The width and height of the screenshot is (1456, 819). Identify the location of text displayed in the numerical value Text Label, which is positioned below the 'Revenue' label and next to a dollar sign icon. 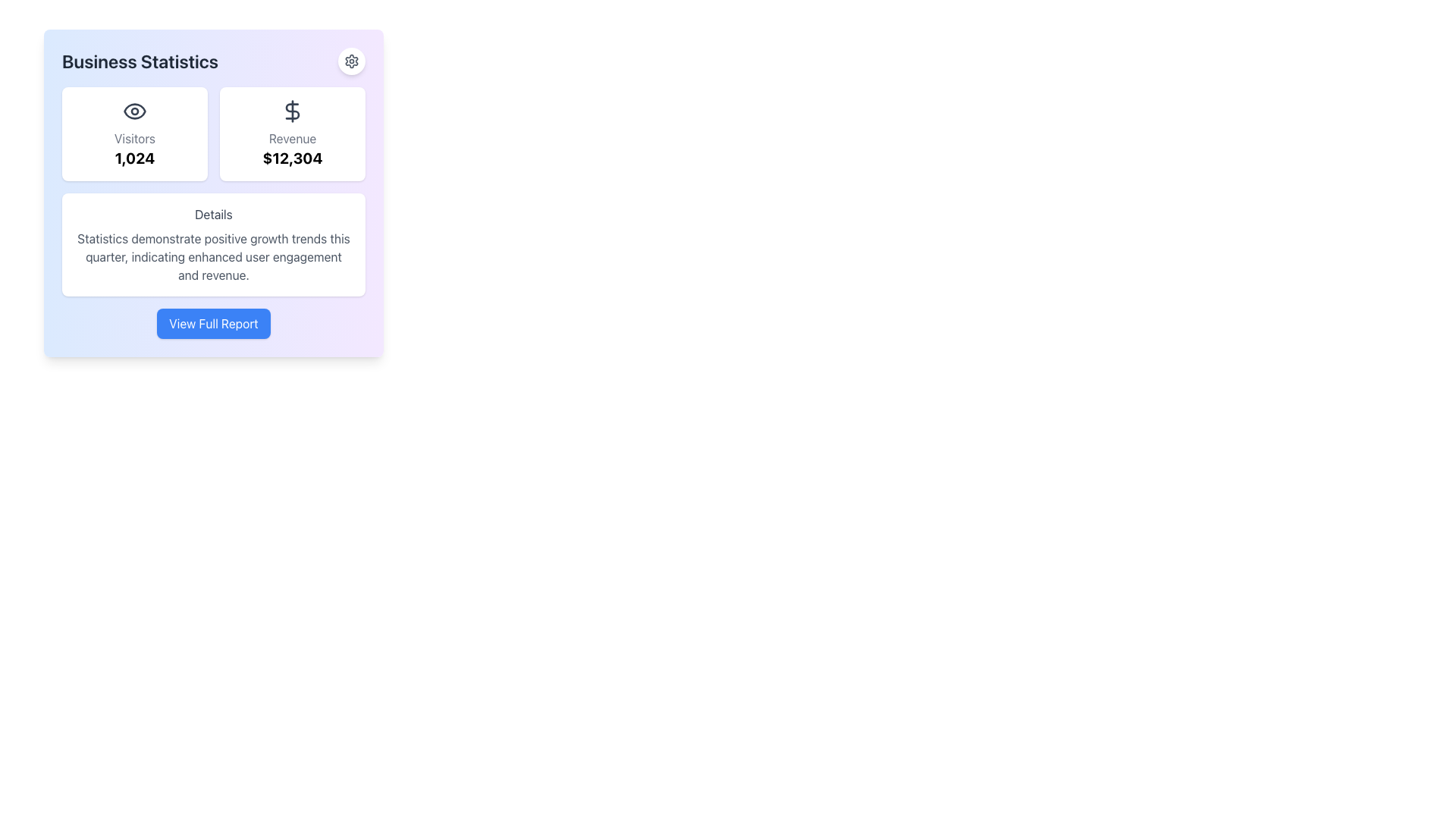
(292, 158).